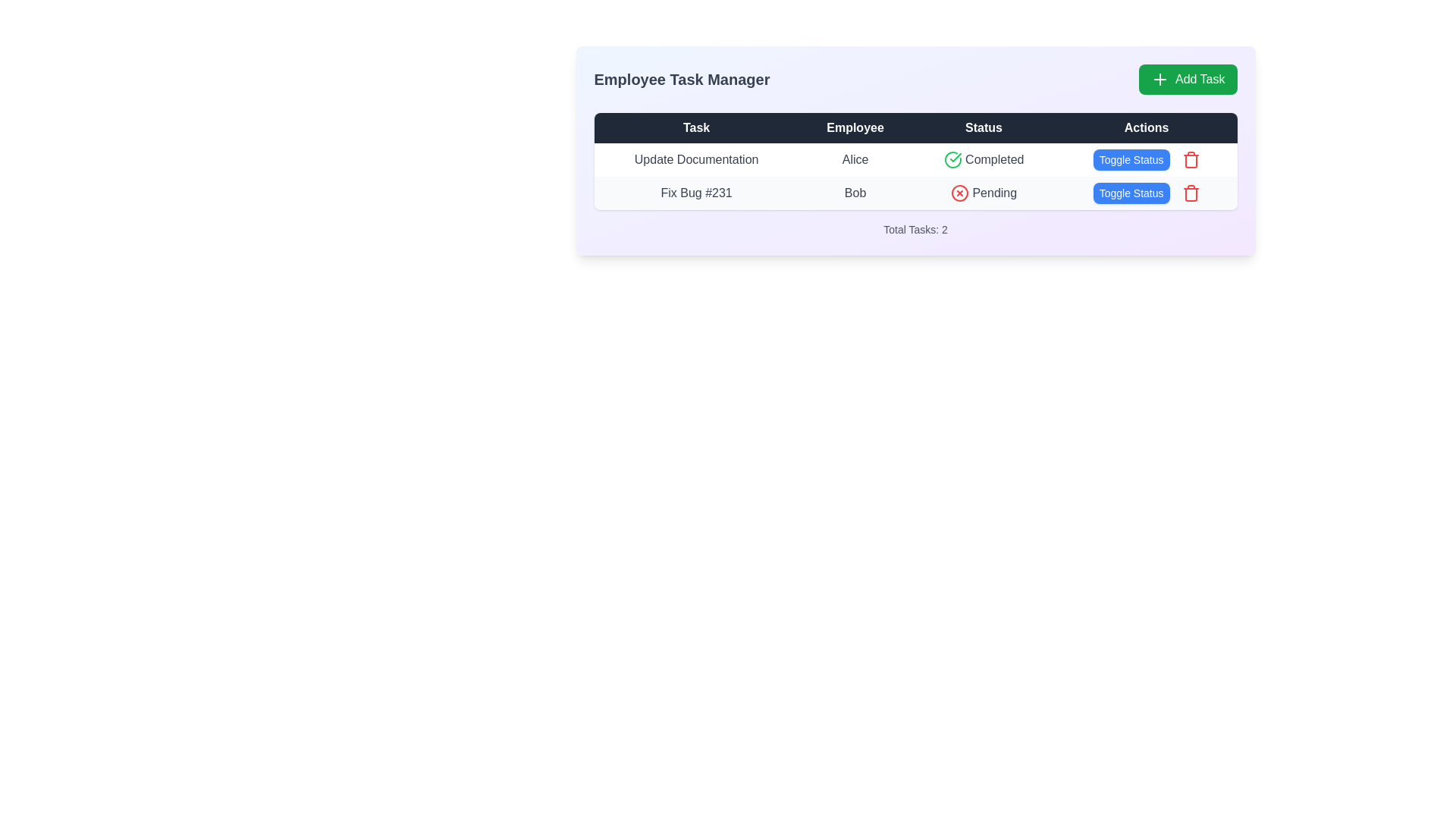  Describe the element at coordinates (959, 193) in the screenshot. I see `the pending status icon located in the 'Status' column of the second row in the table, which visually indicates that the task status is pending` at that location.